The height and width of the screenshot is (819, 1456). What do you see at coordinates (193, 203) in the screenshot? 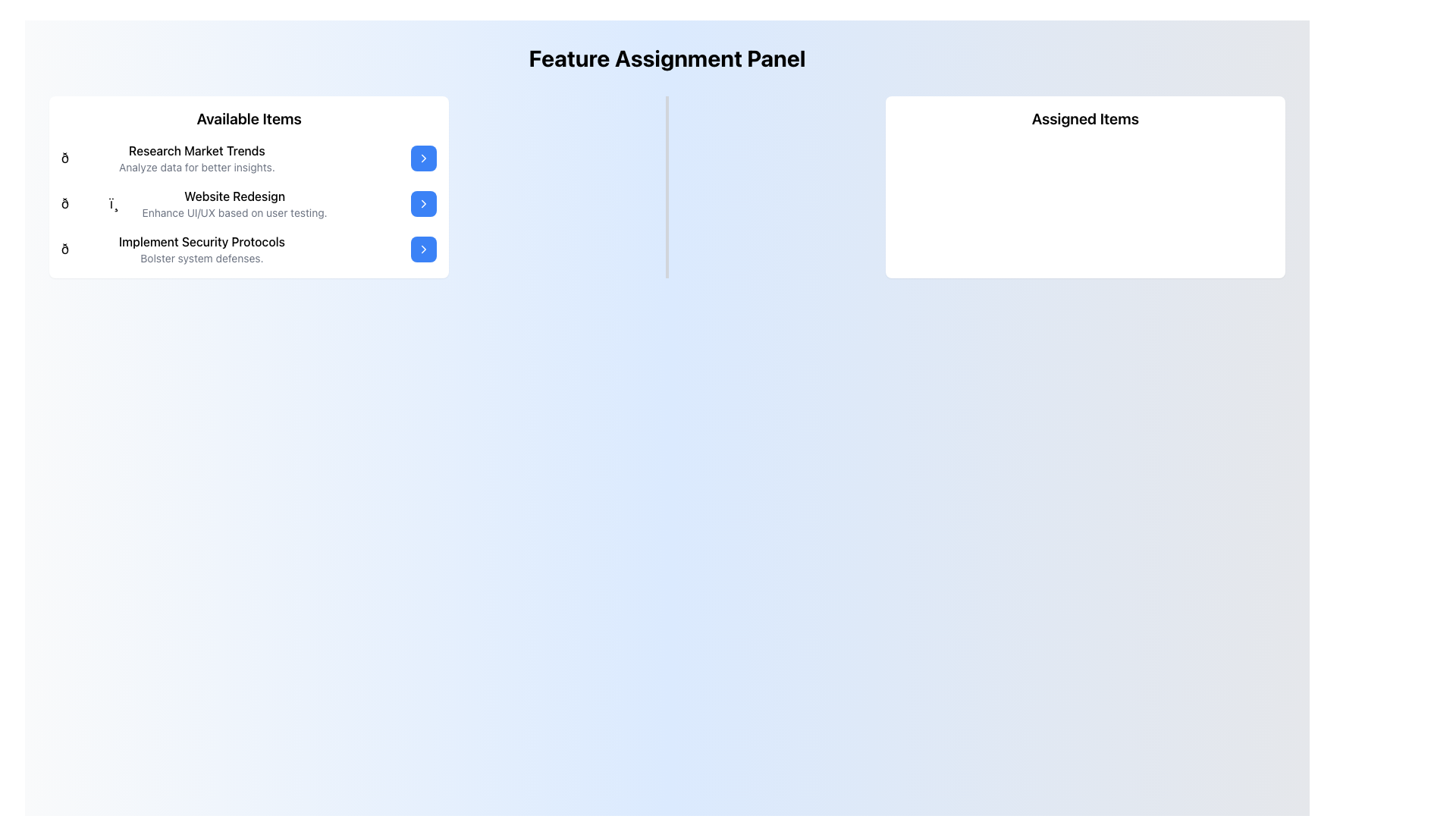
I see `the second list item labeled 'Website Redesign' with a description 'Enhance UI/UX based on user testing.' in the 'Available Items' section` at bounding box center [193, 203].